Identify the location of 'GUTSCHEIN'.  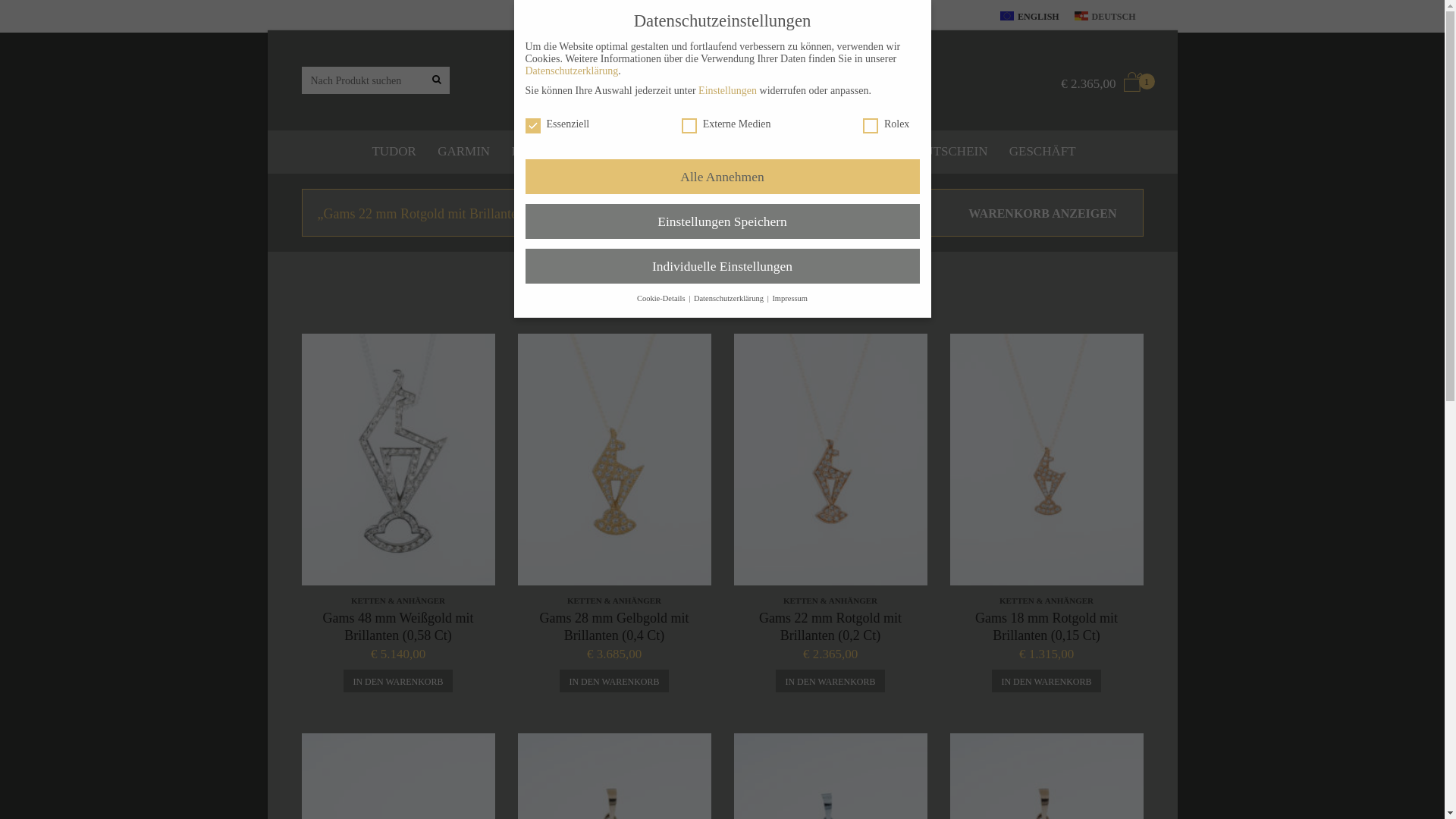
(913, 151).